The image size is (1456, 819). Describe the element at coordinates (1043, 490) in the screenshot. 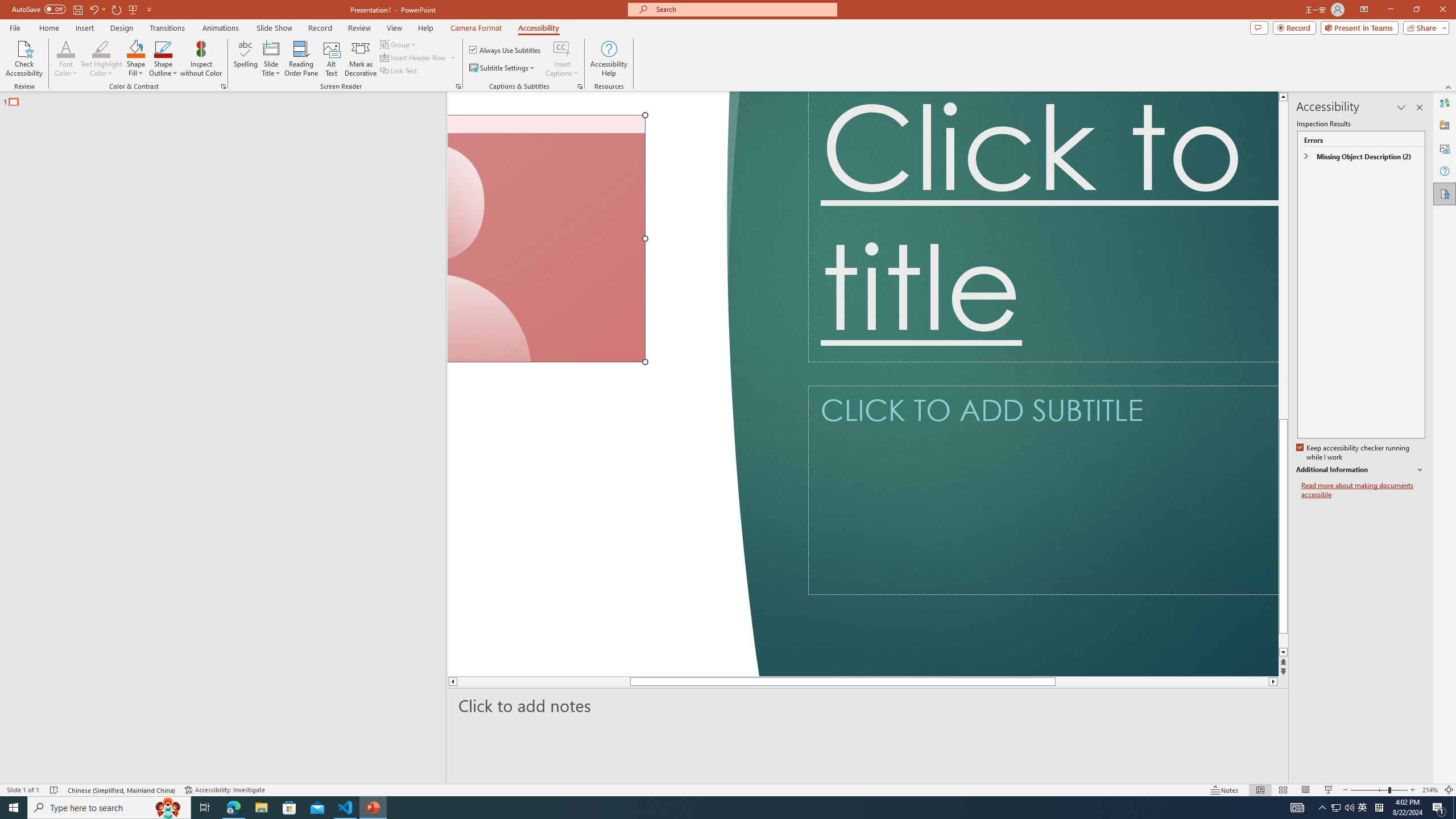

I see `'Subtitle TextBox'` at that location.